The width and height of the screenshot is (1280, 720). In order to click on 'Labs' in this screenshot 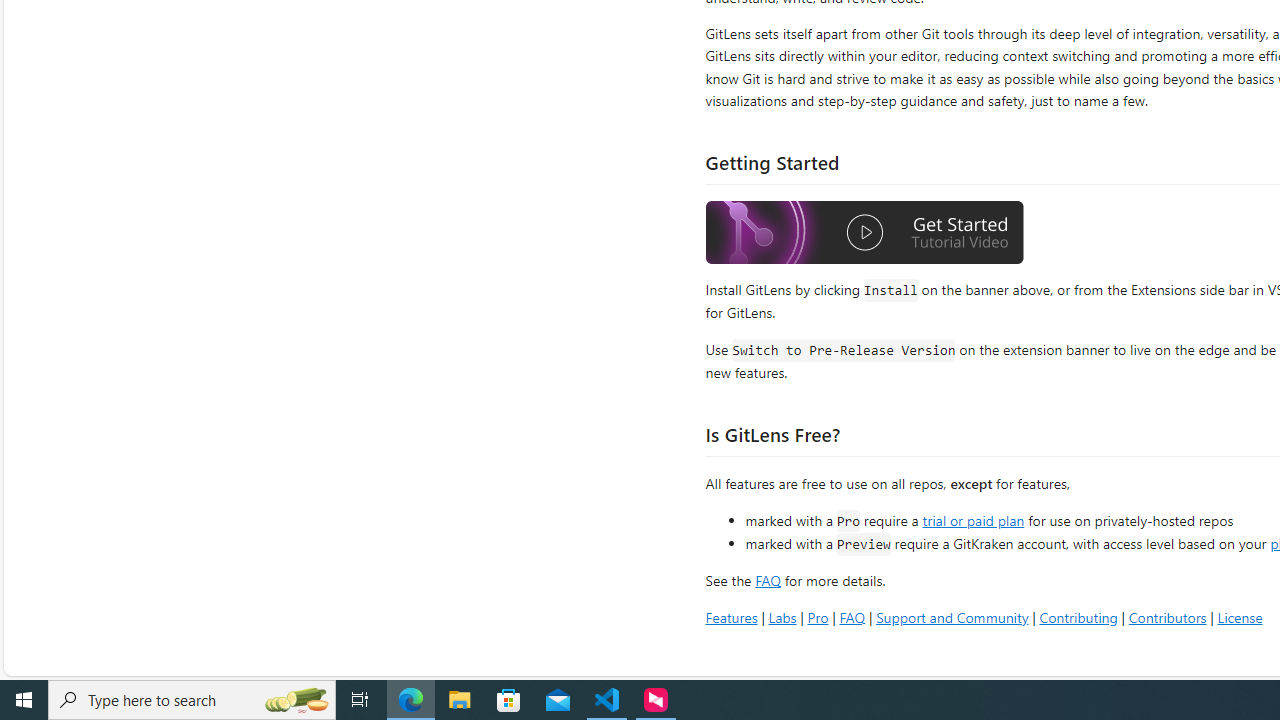, I will do `click(781, 616)`.